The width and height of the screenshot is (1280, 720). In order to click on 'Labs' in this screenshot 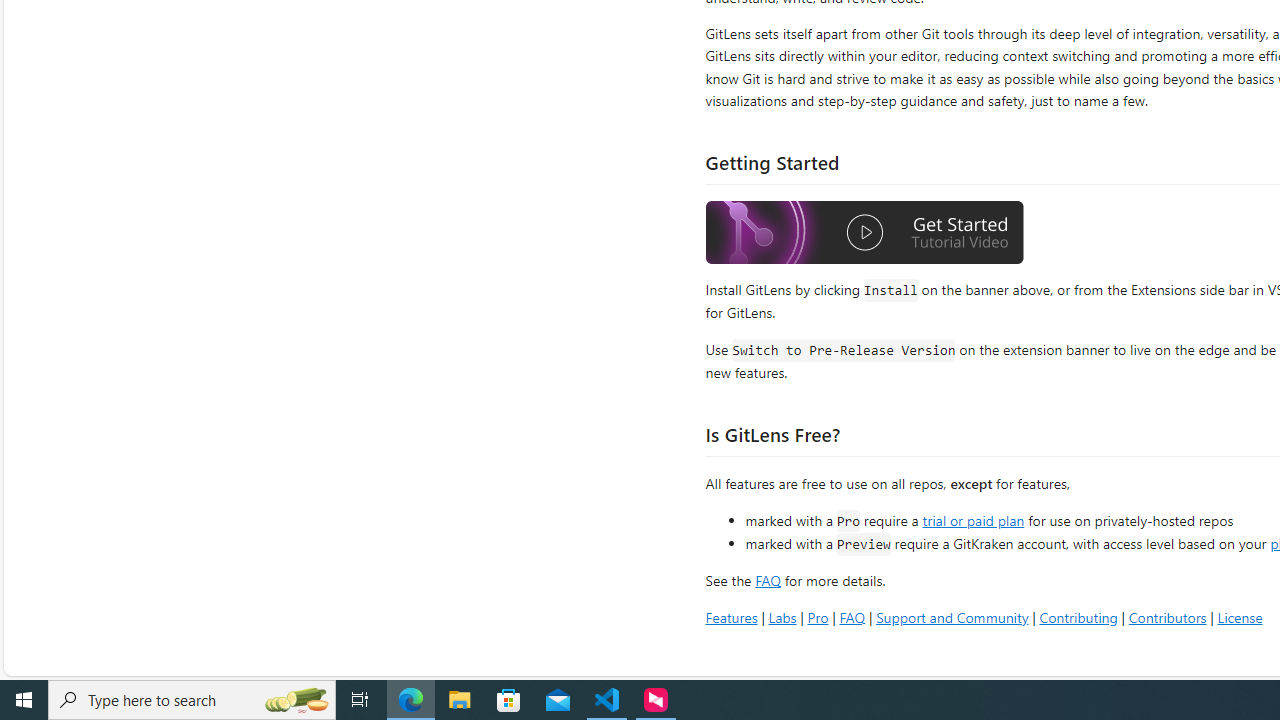, I will do `click(781, 616)`.